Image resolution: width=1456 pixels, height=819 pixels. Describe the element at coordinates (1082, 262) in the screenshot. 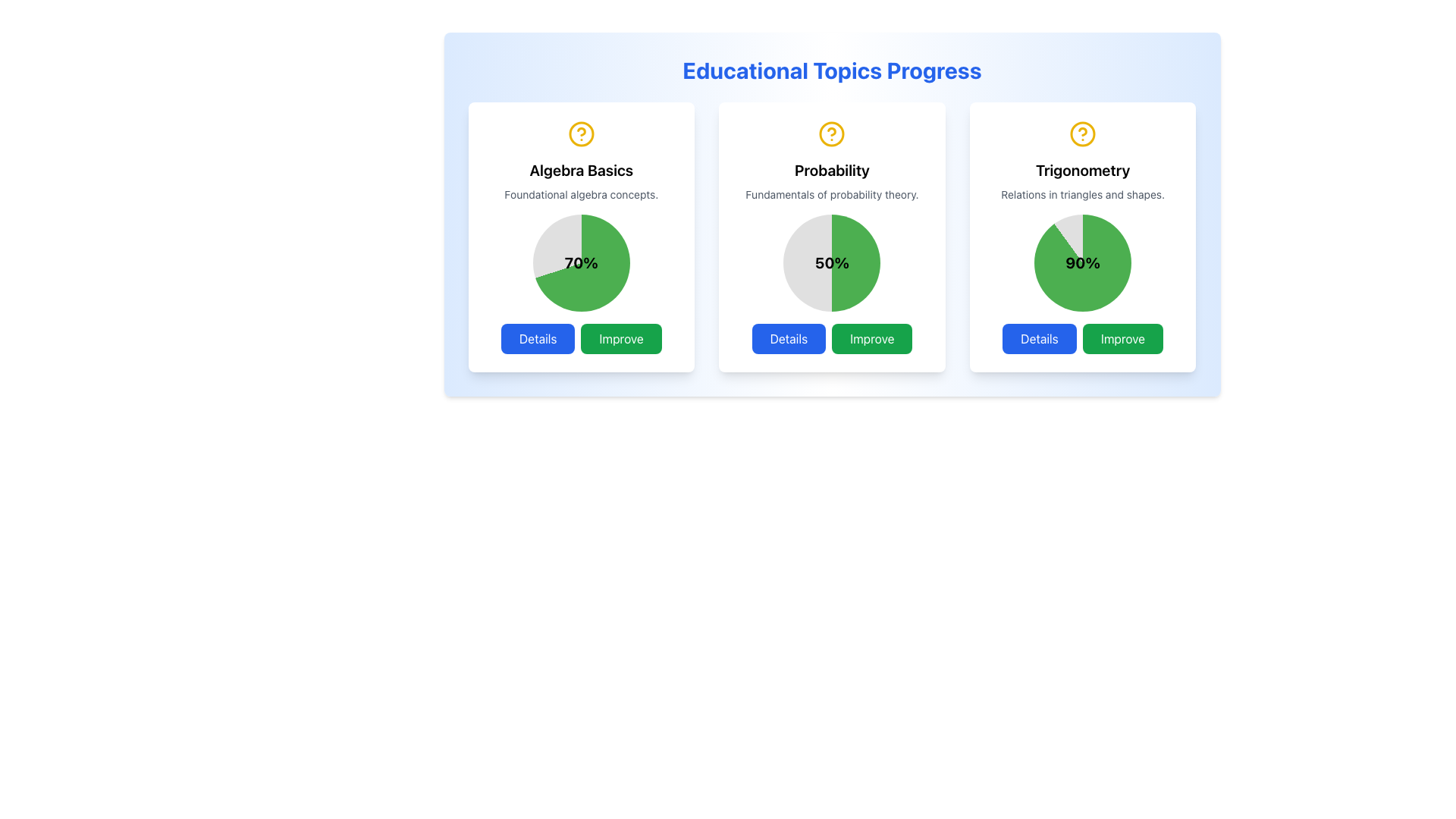

I see `the text label displaying '90%' in bold, extra-large font, centered within the circular progress chart of the card titled 'Trigonometry'` at that location.